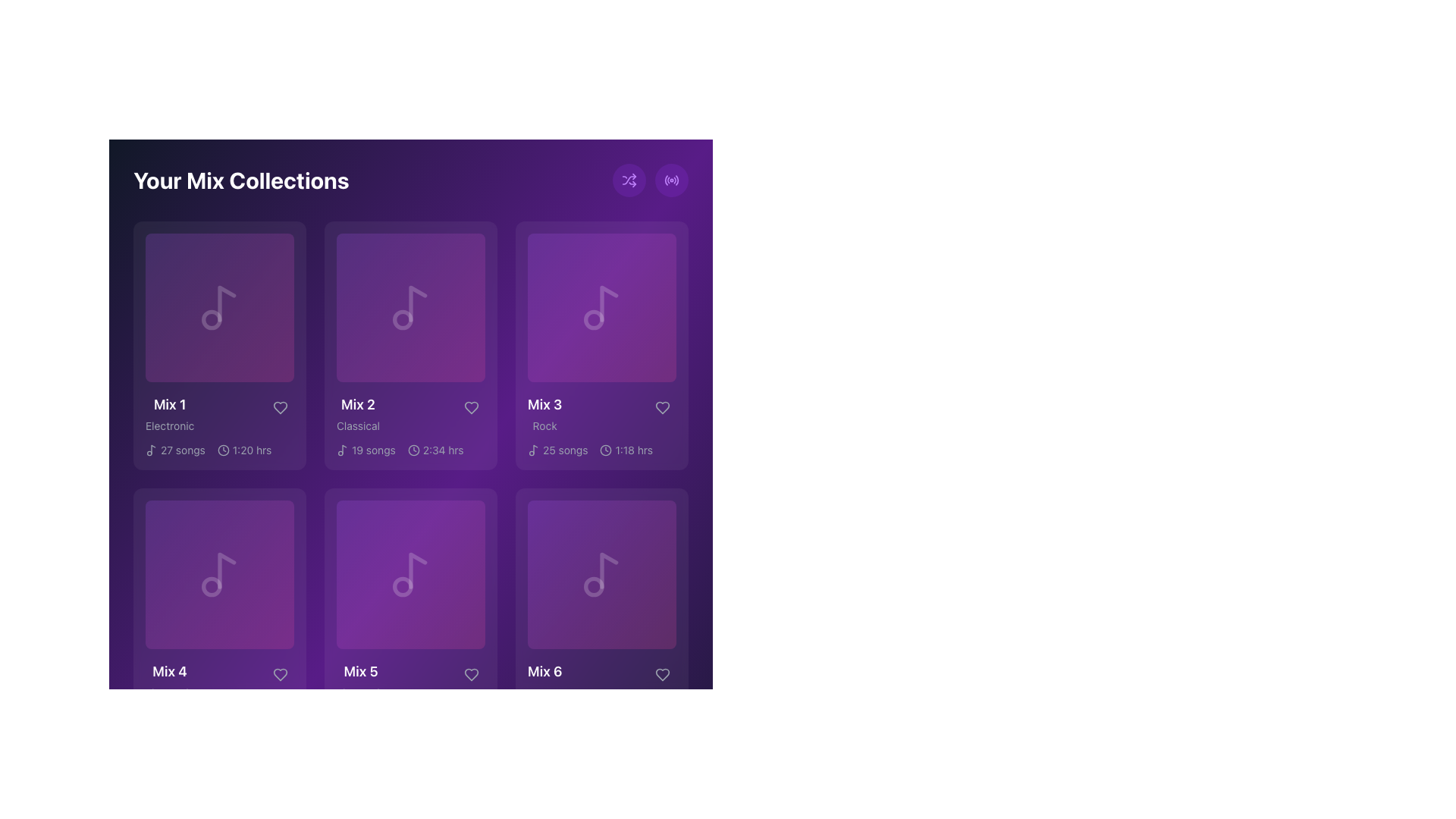 The image size is (1456, 819). I want to click on the 'Mix 2' text label that is associated with the 'Classical' category, which is located in the top row of the grid, so click(357, 414).